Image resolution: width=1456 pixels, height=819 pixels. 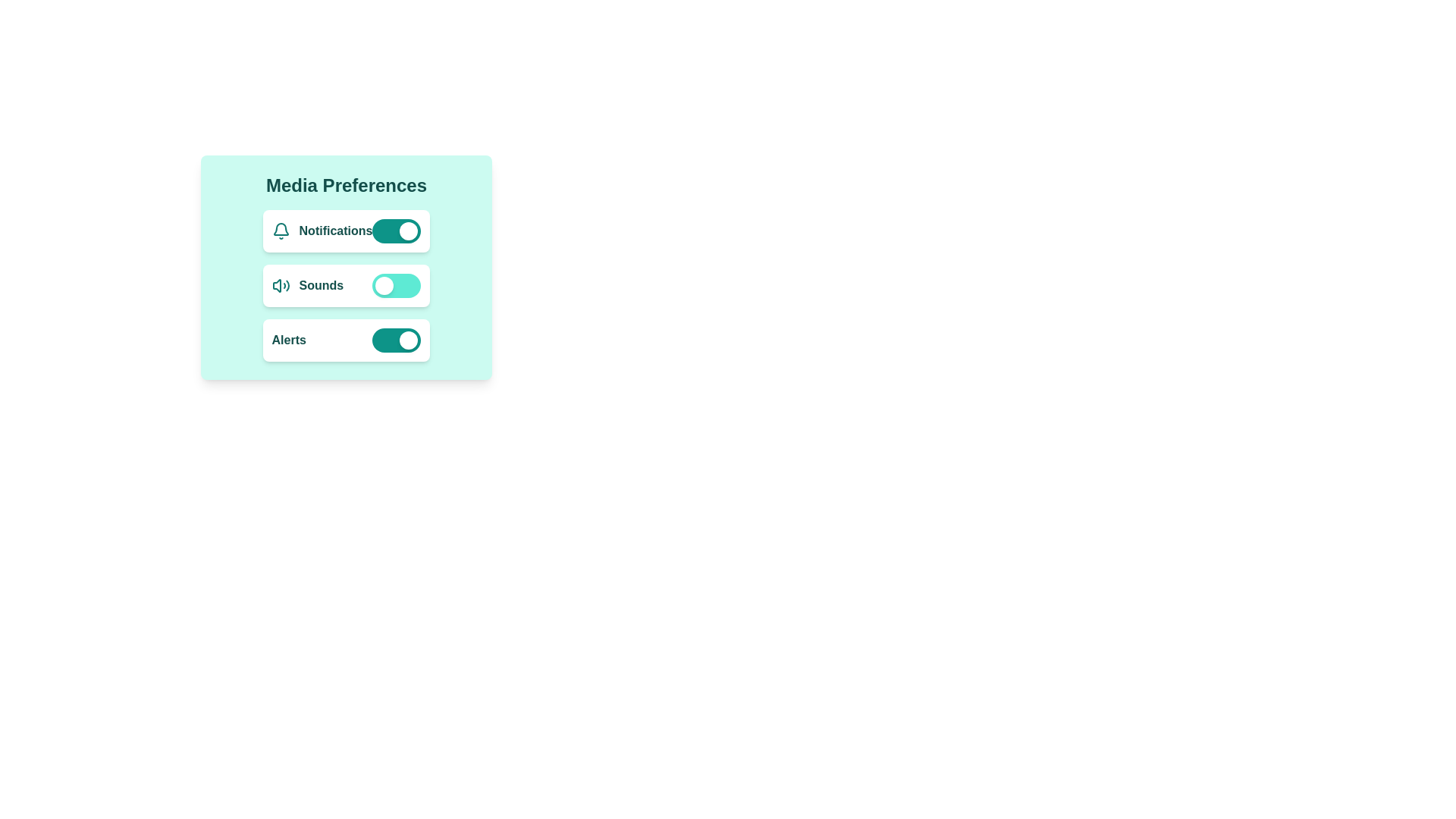 What do you see at coordinates (345, 286) in the screenshot?
I see `the interactive toggle switch in the second row of the 'Media Preferences' settings` at bounding box center [345, 286].